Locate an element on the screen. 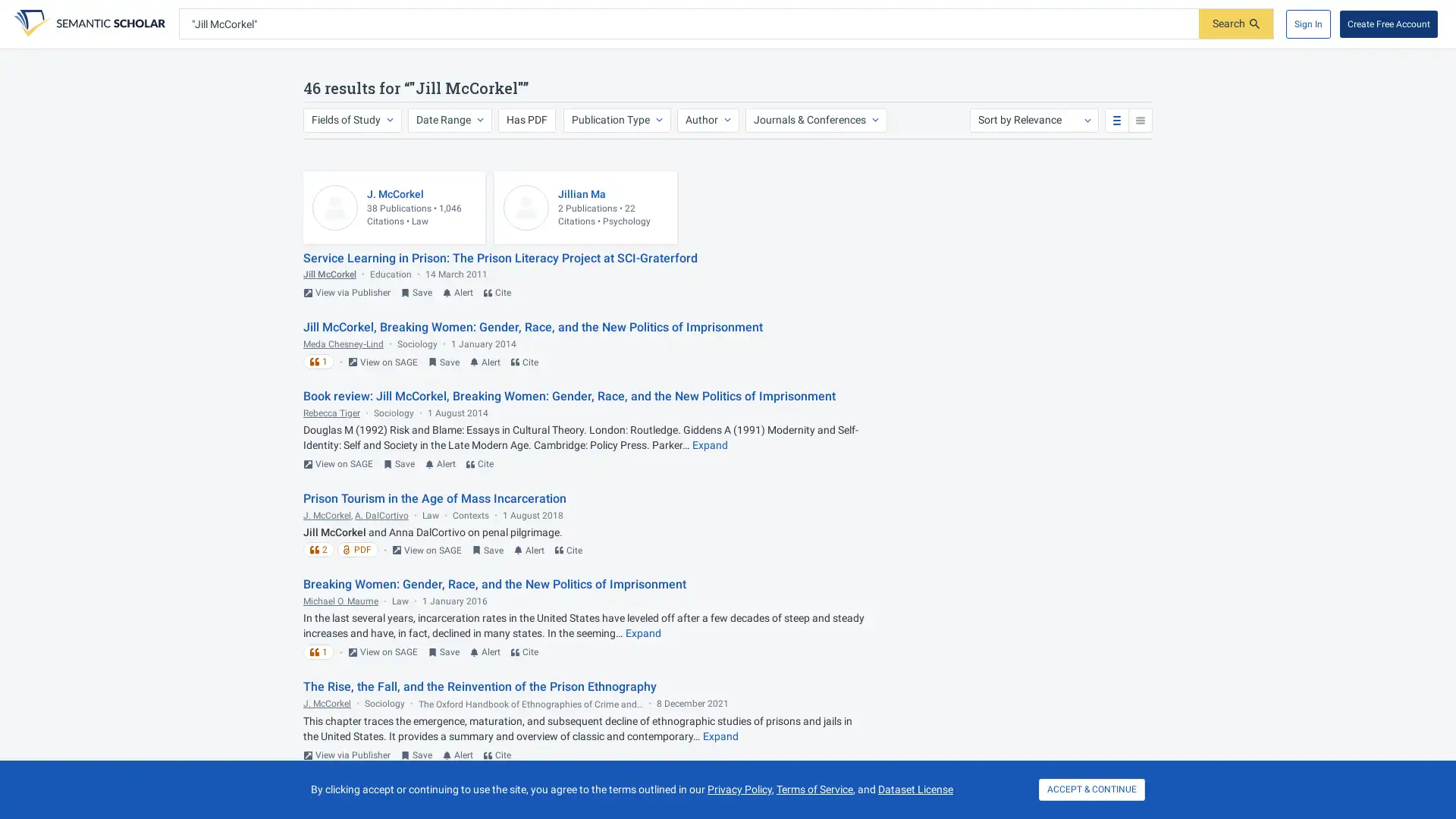 This screenshot has width=1456, height=819. Journals & Conferences is located at coordinates (814, 119).